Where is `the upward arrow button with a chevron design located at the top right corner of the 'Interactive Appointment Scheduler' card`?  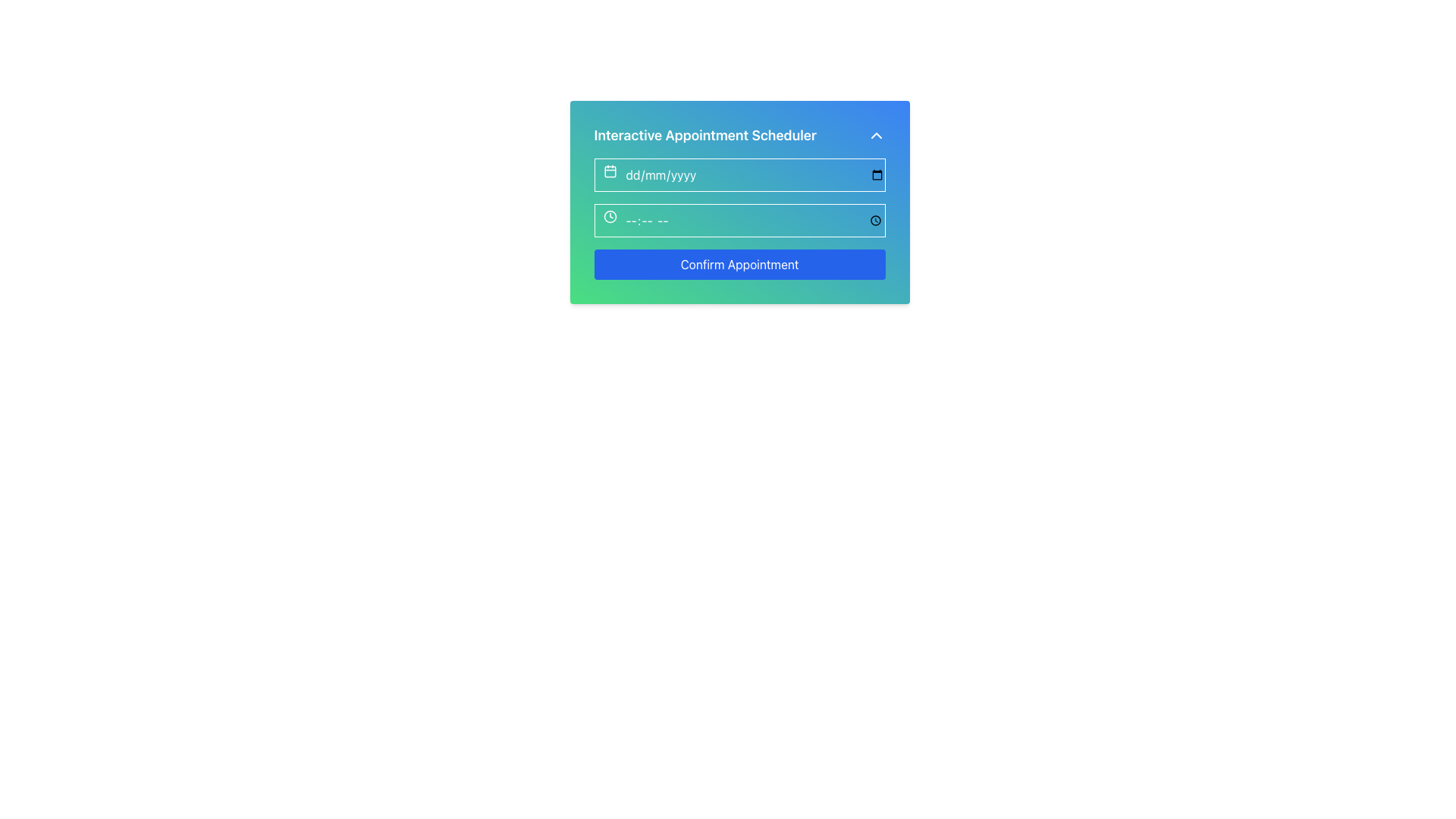
the upward arrow button with a chevron design located at the top right corner of the 'Interactive Appointment Scheduler' card is located at coordinates (876, 134).